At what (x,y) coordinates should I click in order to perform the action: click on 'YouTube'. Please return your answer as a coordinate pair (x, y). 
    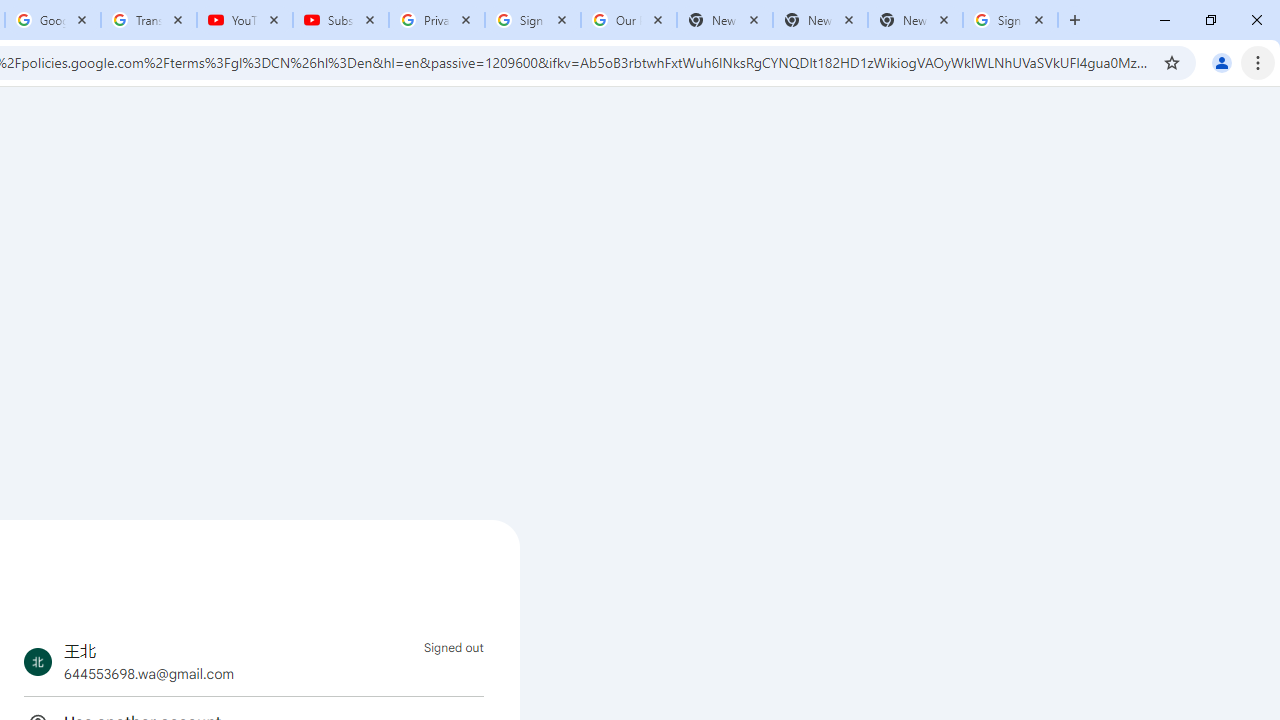
    Looking at the image, I should click on (244, 20).